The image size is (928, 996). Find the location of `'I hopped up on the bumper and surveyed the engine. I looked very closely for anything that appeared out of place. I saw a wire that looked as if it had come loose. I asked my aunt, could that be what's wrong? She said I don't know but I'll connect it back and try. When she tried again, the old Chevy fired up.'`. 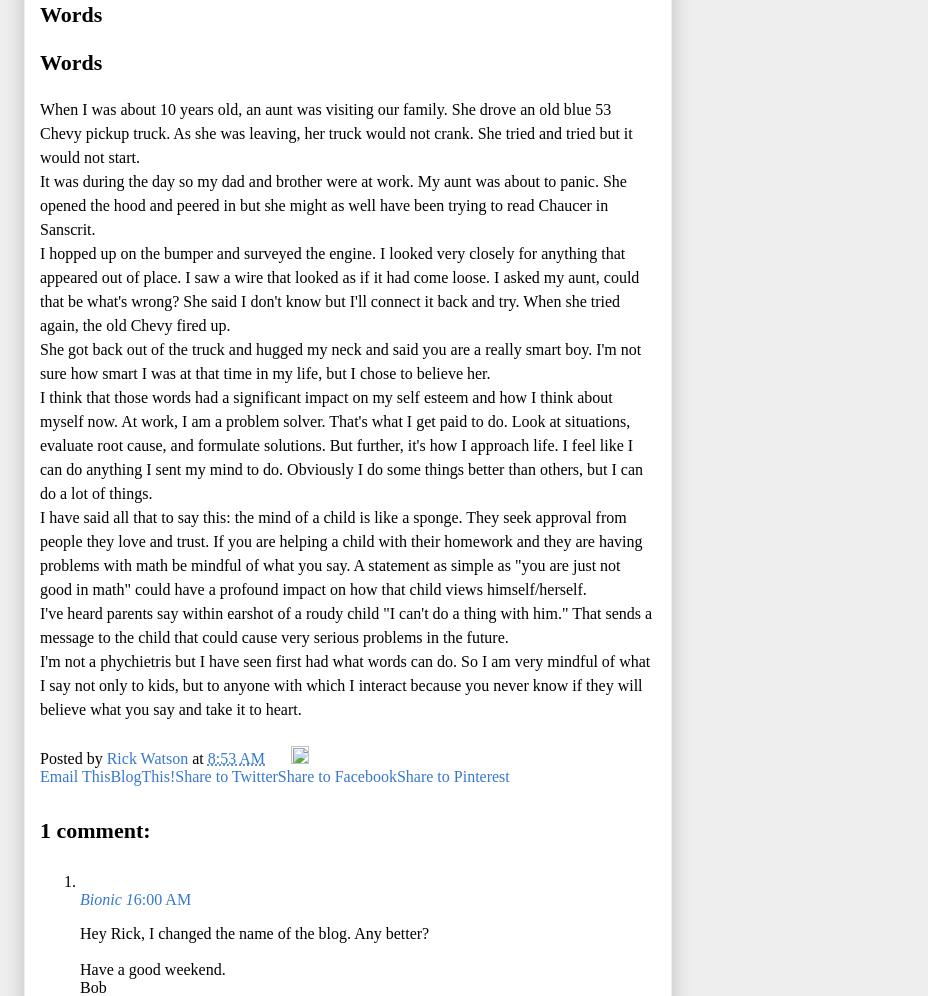

'I hopped up on the bumper and surveyed the engine. I looked very closely for anything that appeared out of place. I saw a wire that looked as if it had come loose. I asked my aunt, could that be what's wrong? She said I don't know but I'll connect it back and try. When she tried again, the old Chevy fired up.' is located at coordinates (38, 288).